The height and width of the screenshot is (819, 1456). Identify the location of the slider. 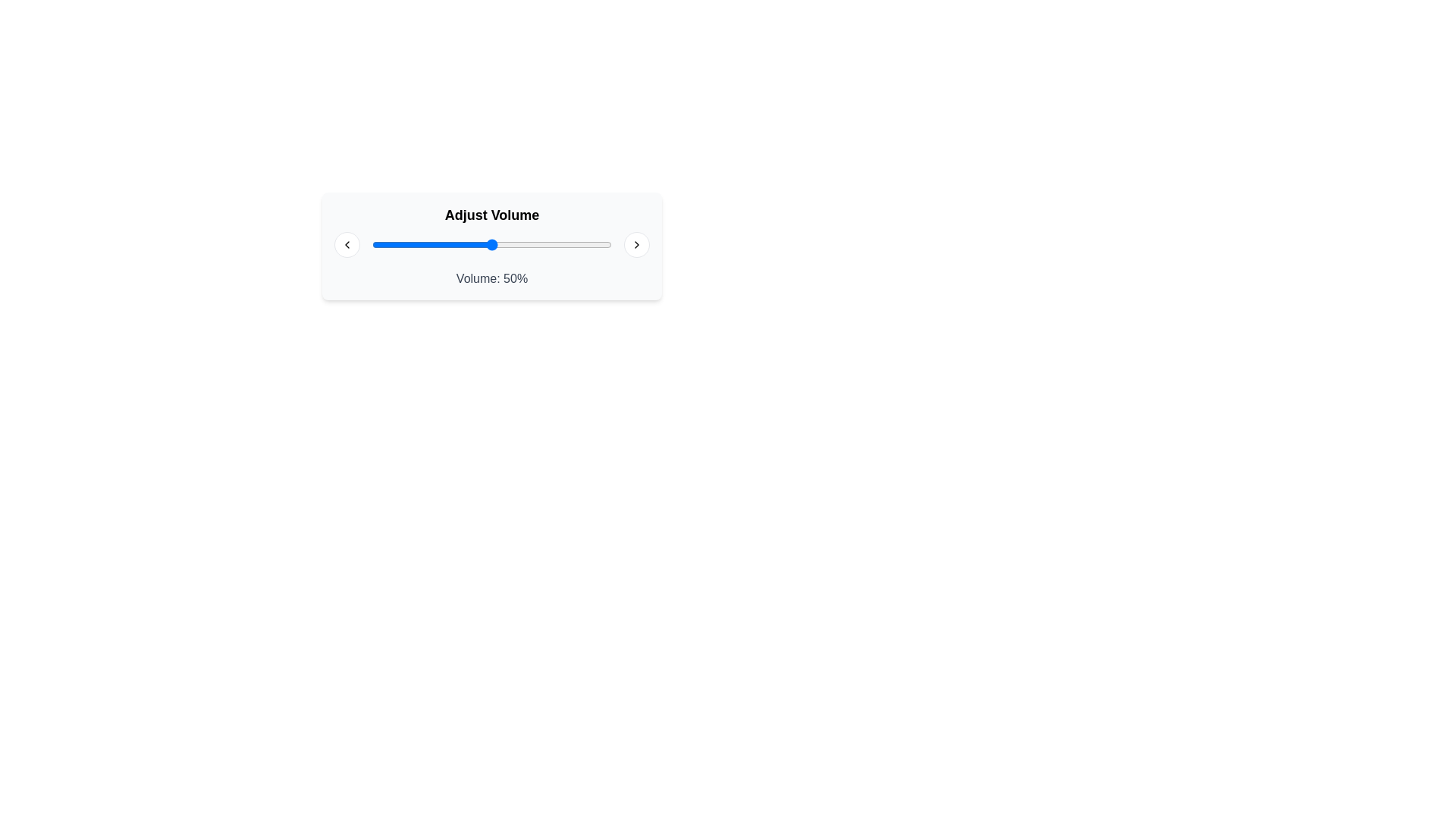
(585, 244).